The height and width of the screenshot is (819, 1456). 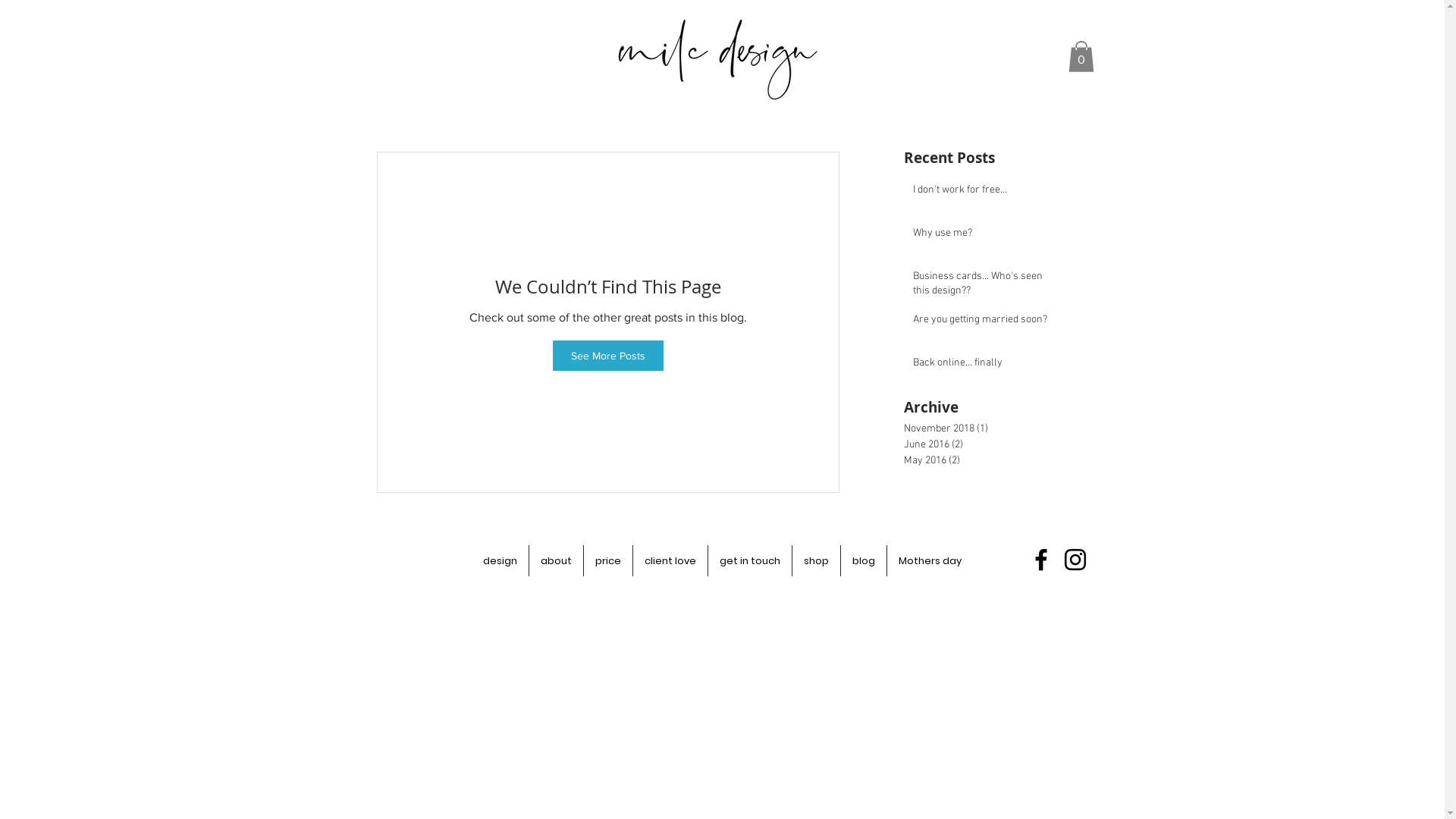 What do you see at coordinates (607, 356) in the screenshot?
I see `'See More Posts'` at bounding box center [607, 356].